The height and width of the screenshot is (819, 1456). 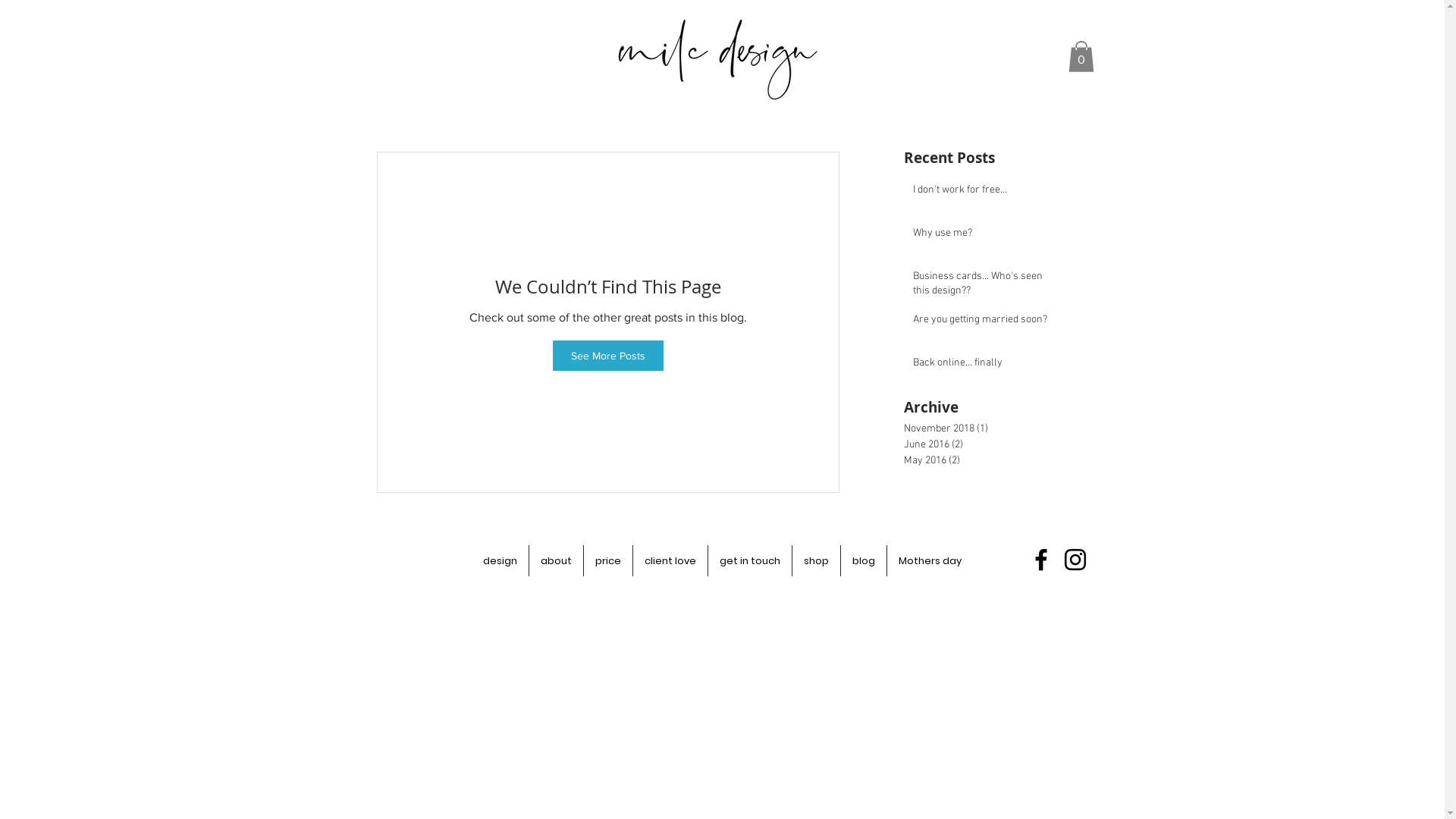 What do you see at coordinates (607, 356) in the screenshot?
I see `'See More Posts'` at bounding box center [607, 356].